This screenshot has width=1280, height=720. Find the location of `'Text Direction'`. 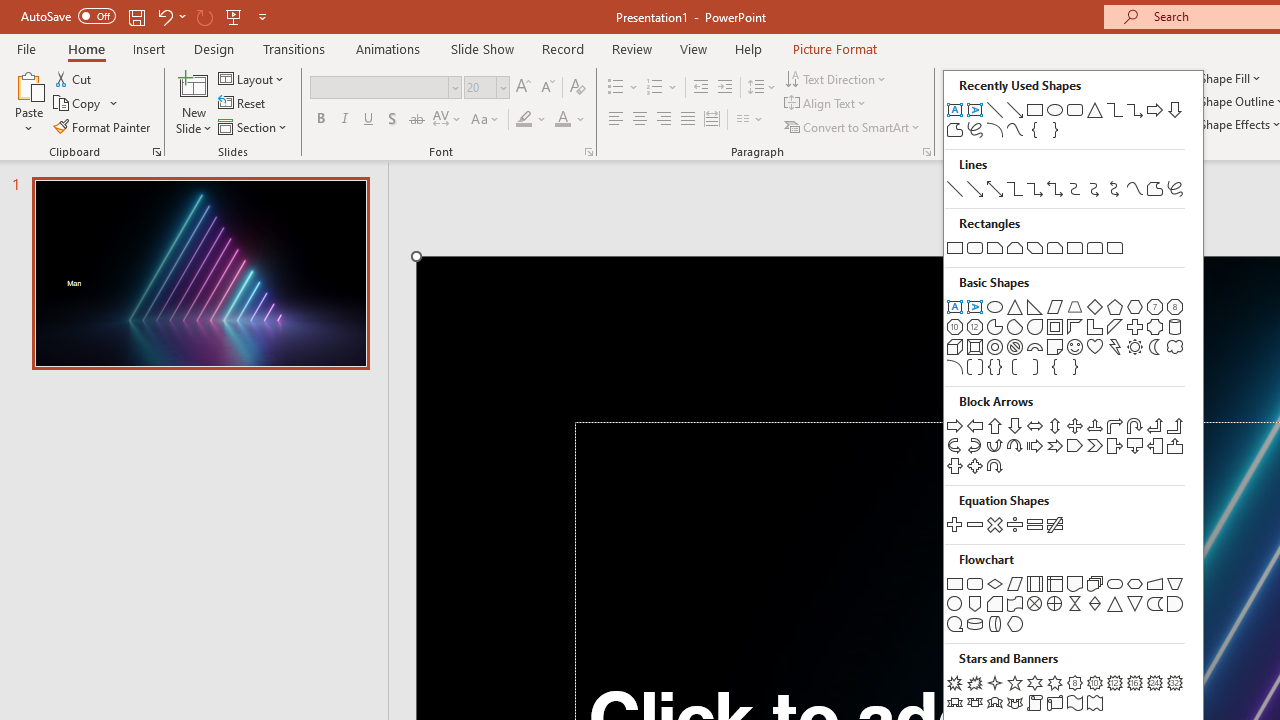

'Text Direction' is located at coordinates (837, 78).